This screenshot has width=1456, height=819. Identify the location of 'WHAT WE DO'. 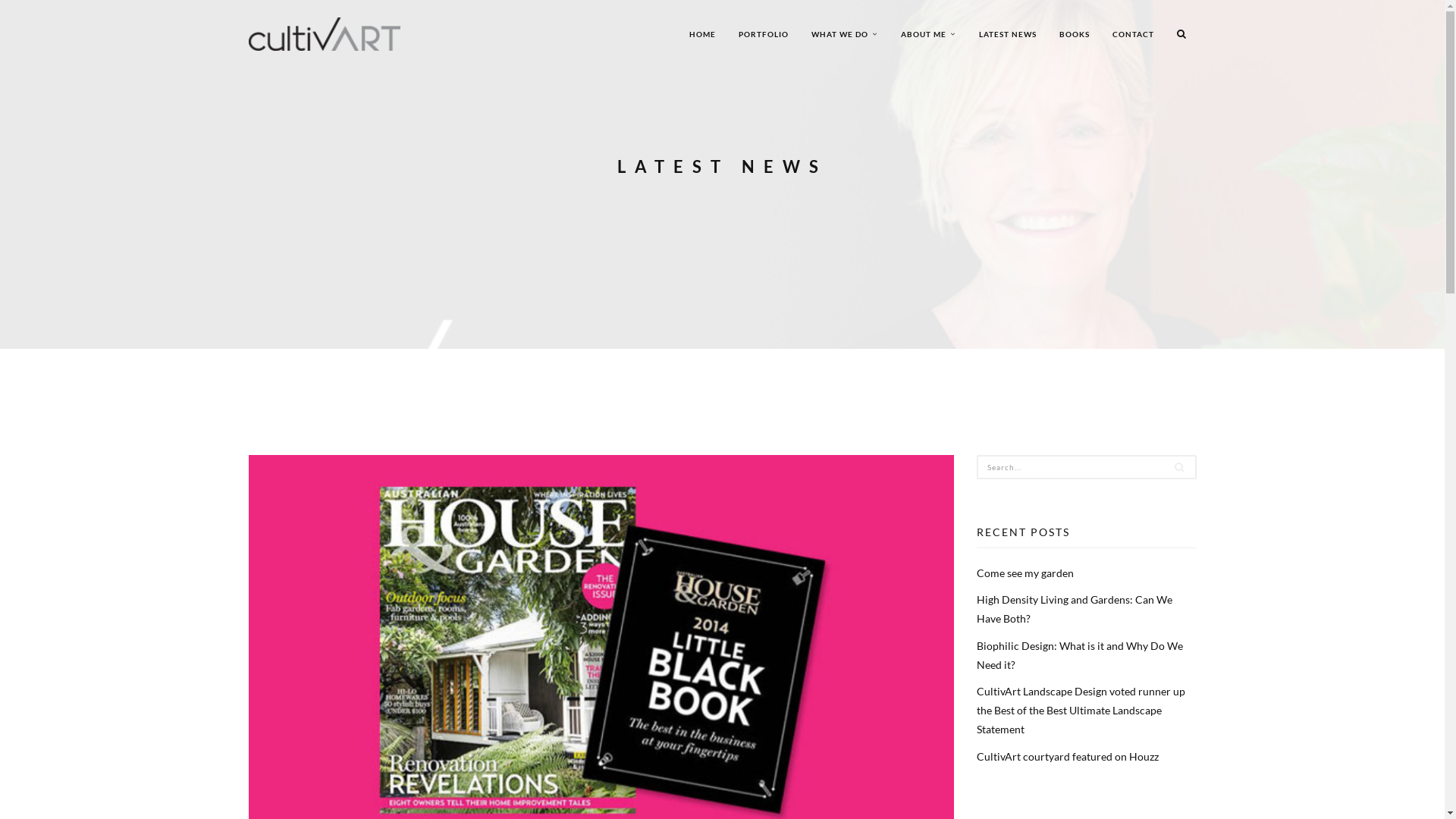
(843, 34).